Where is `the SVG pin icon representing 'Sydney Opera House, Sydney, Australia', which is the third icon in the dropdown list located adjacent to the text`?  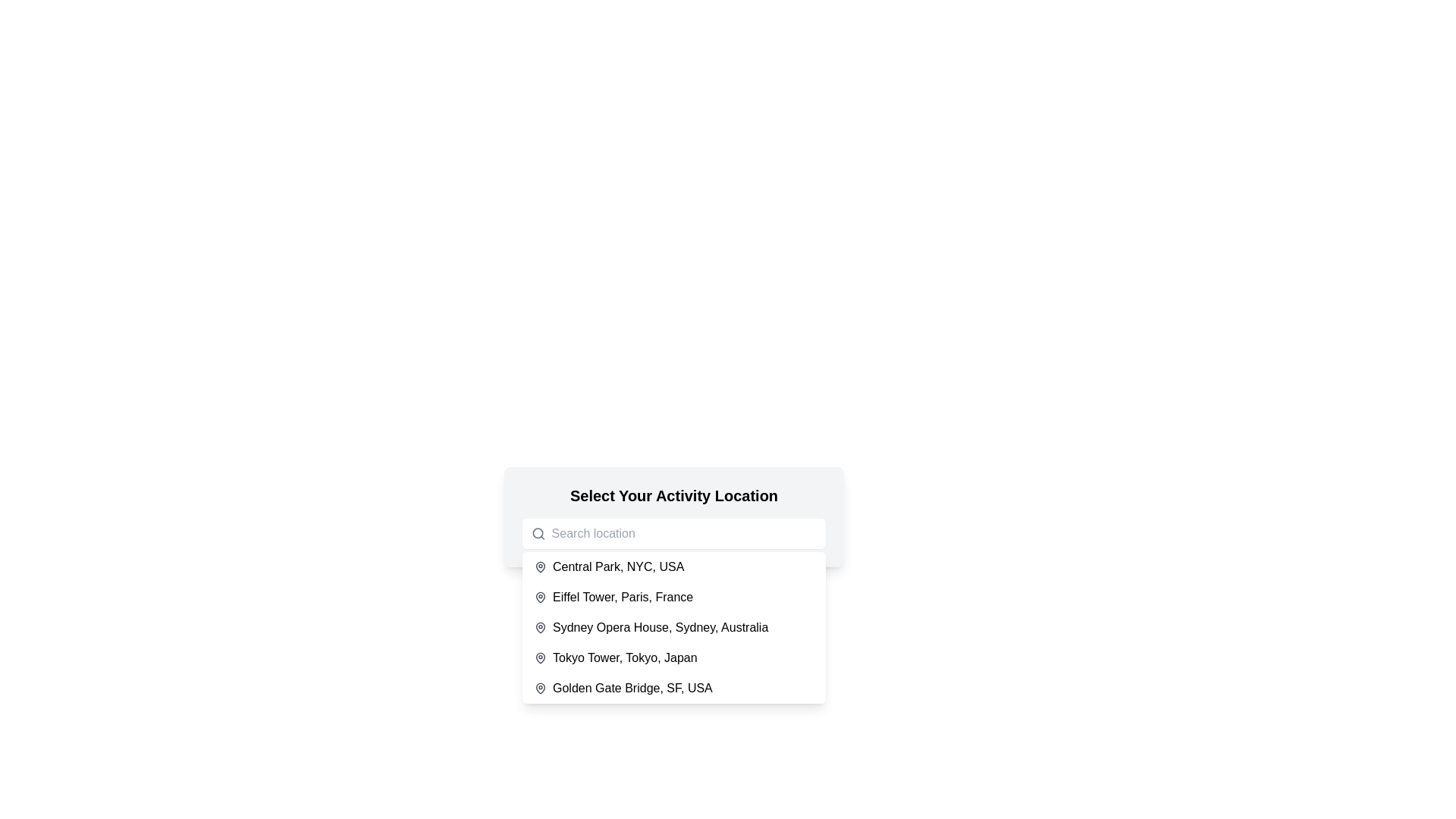
the SVG pin icon representing 'Sydney Opera House, Sydney, Australia', which is the third icon in the dropdown list located adjacent to the text is located at coordinates (541, 626).